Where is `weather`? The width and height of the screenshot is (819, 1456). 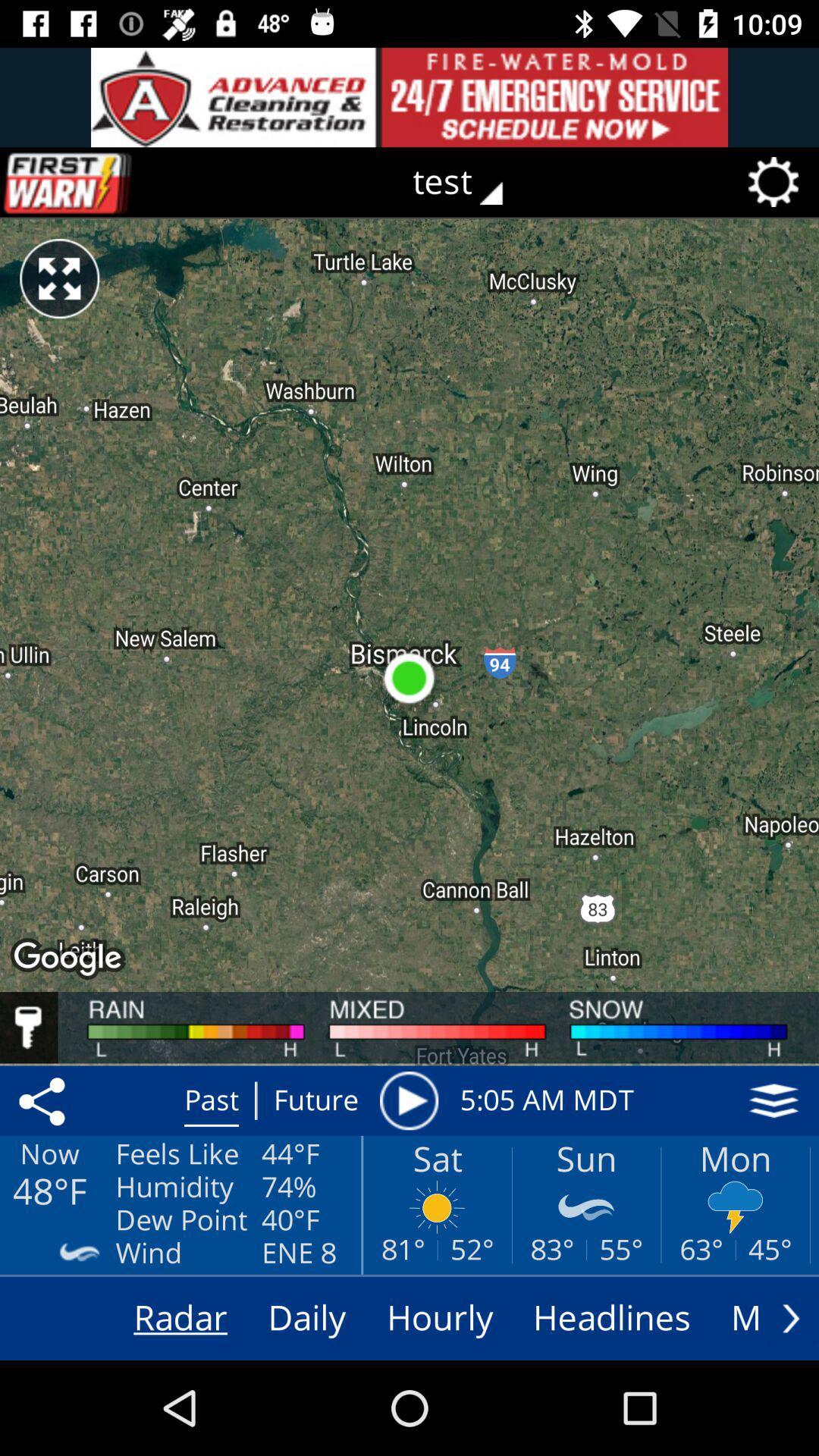
weather is located at coordinates (408, 1100).